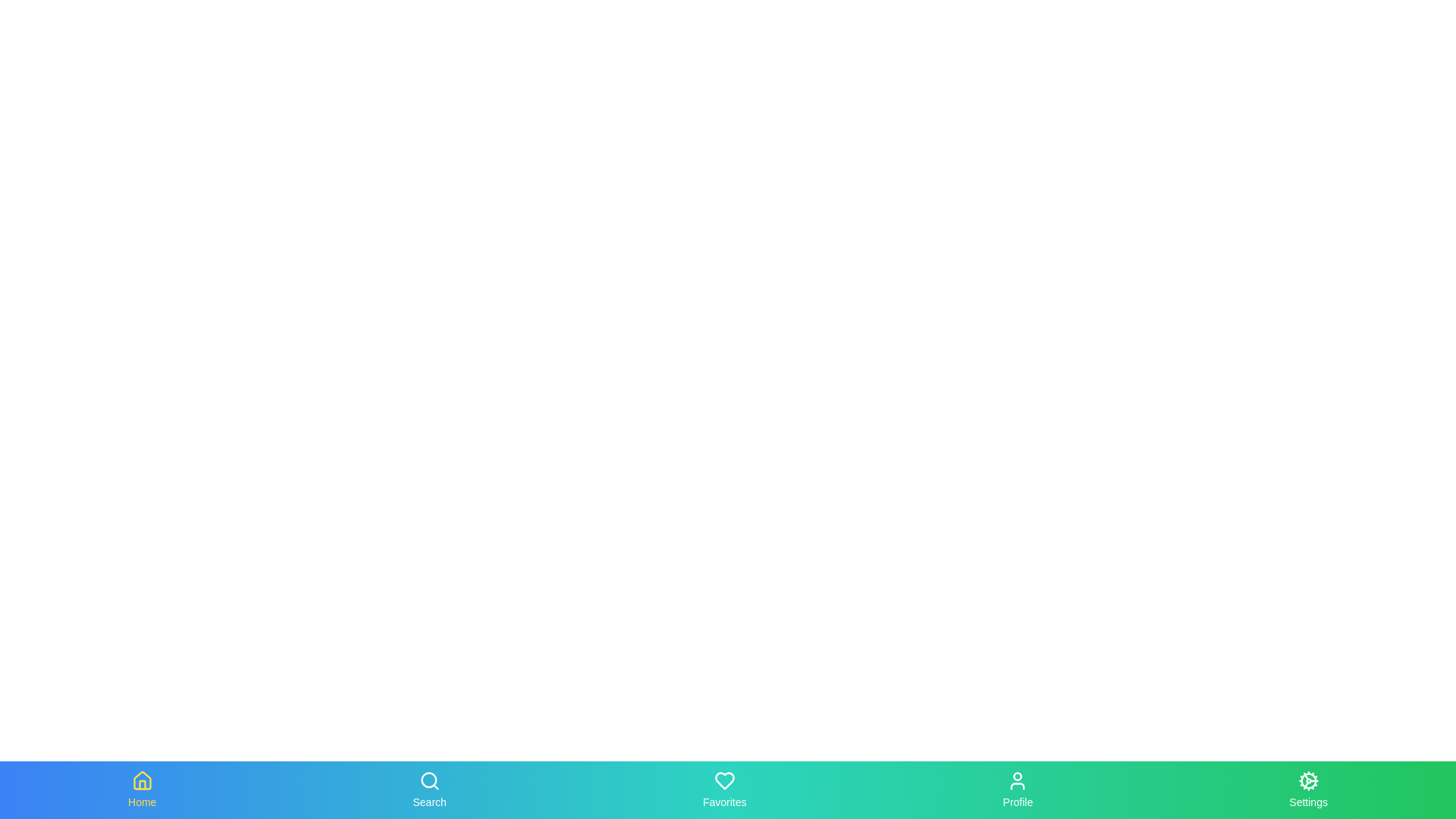 The height and width of the screenshot is (819, 1456). I want to click on the Home tab in the bottom navigation, so click(142, 789).